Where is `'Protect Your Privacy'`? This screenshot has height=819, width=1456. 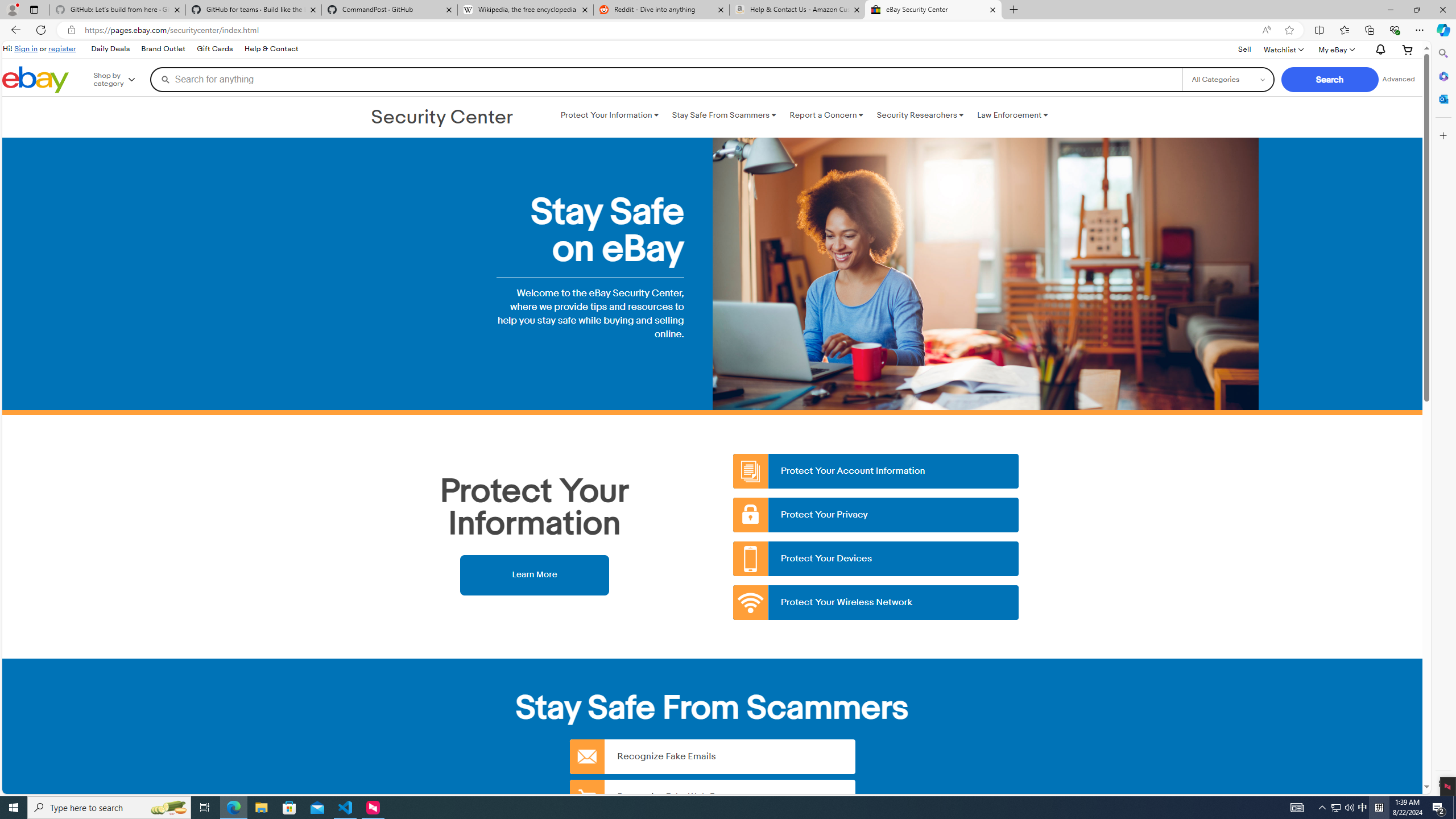 'Protect Your Privacy' is located at coordinates (876, 514).